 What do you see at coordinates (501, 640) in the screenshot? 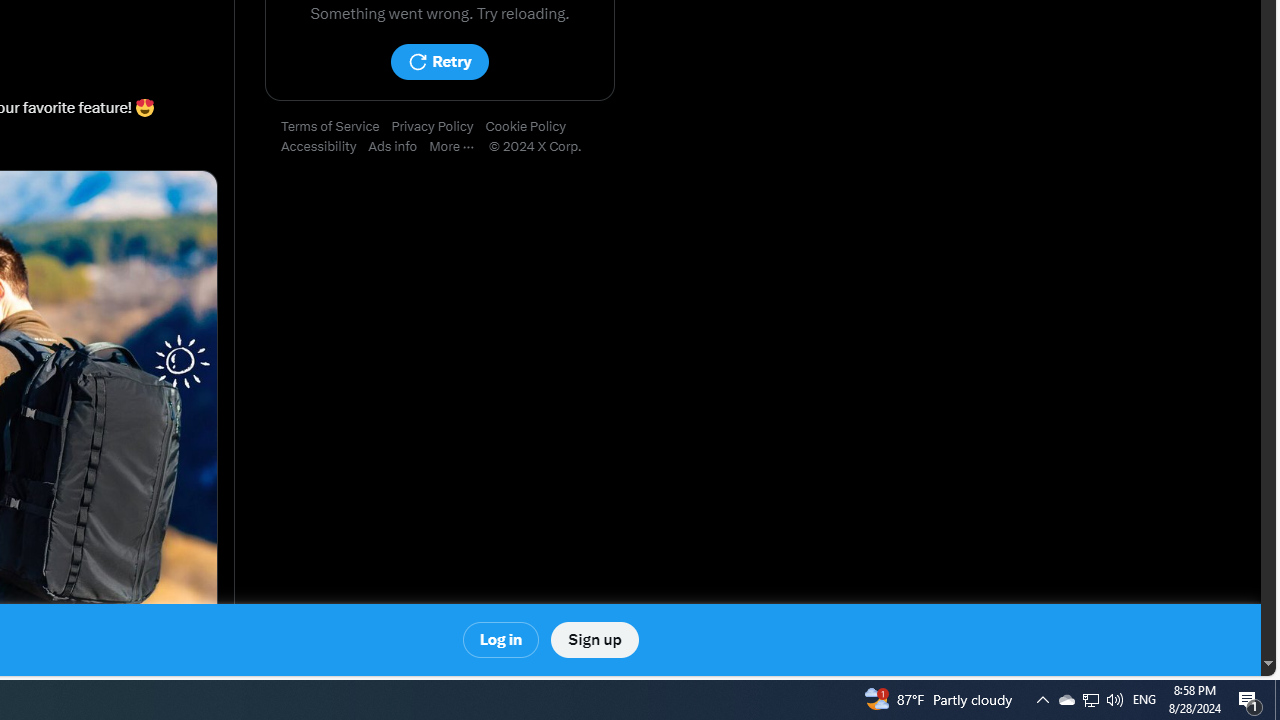
I see `'Log in'` at bounding box center [501, 640].